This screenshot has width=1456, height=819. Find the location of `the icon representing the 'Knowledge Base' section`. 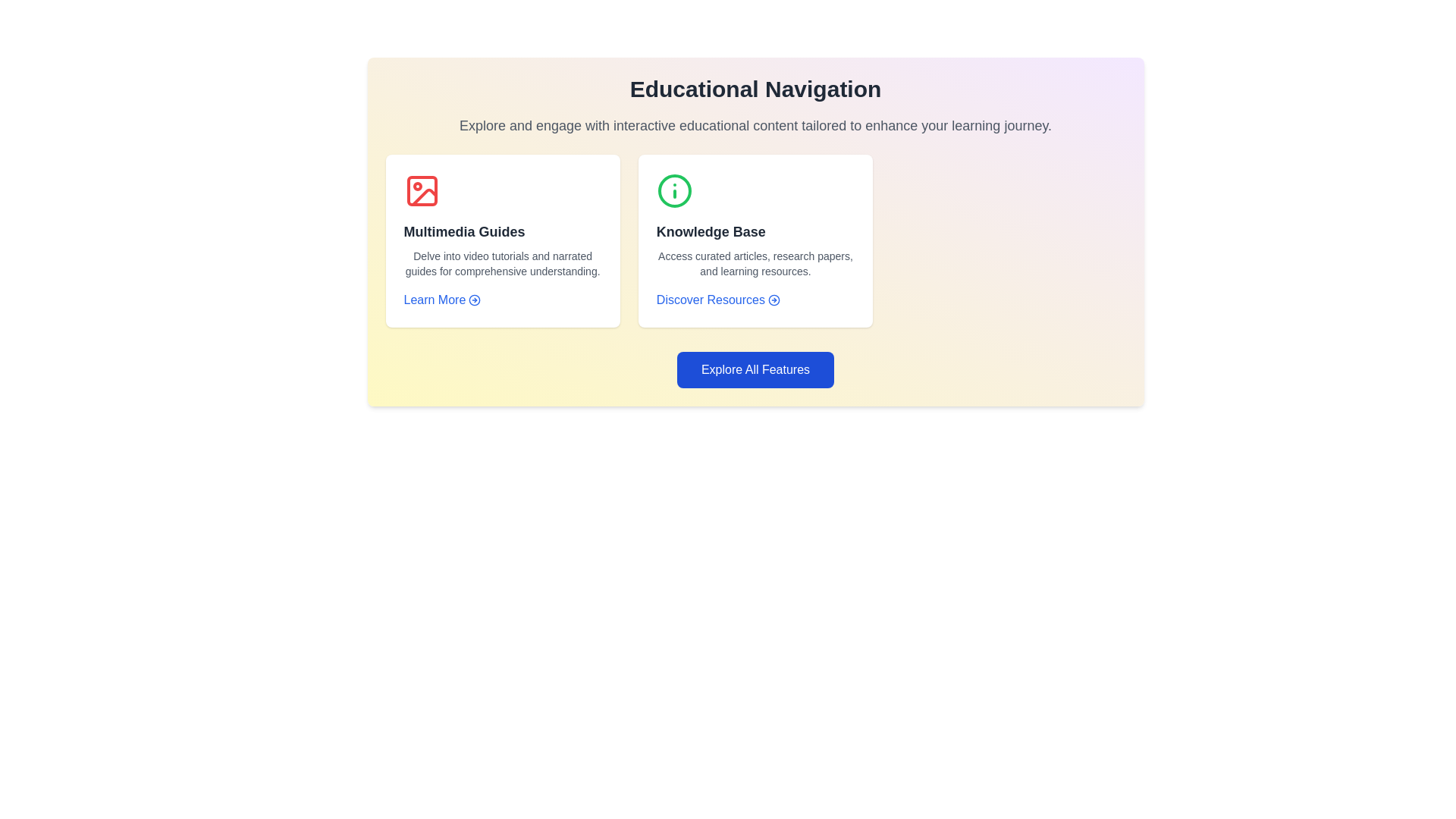

the icon representing the 'Knowledge Base' section is located at coordinates (673, 190).